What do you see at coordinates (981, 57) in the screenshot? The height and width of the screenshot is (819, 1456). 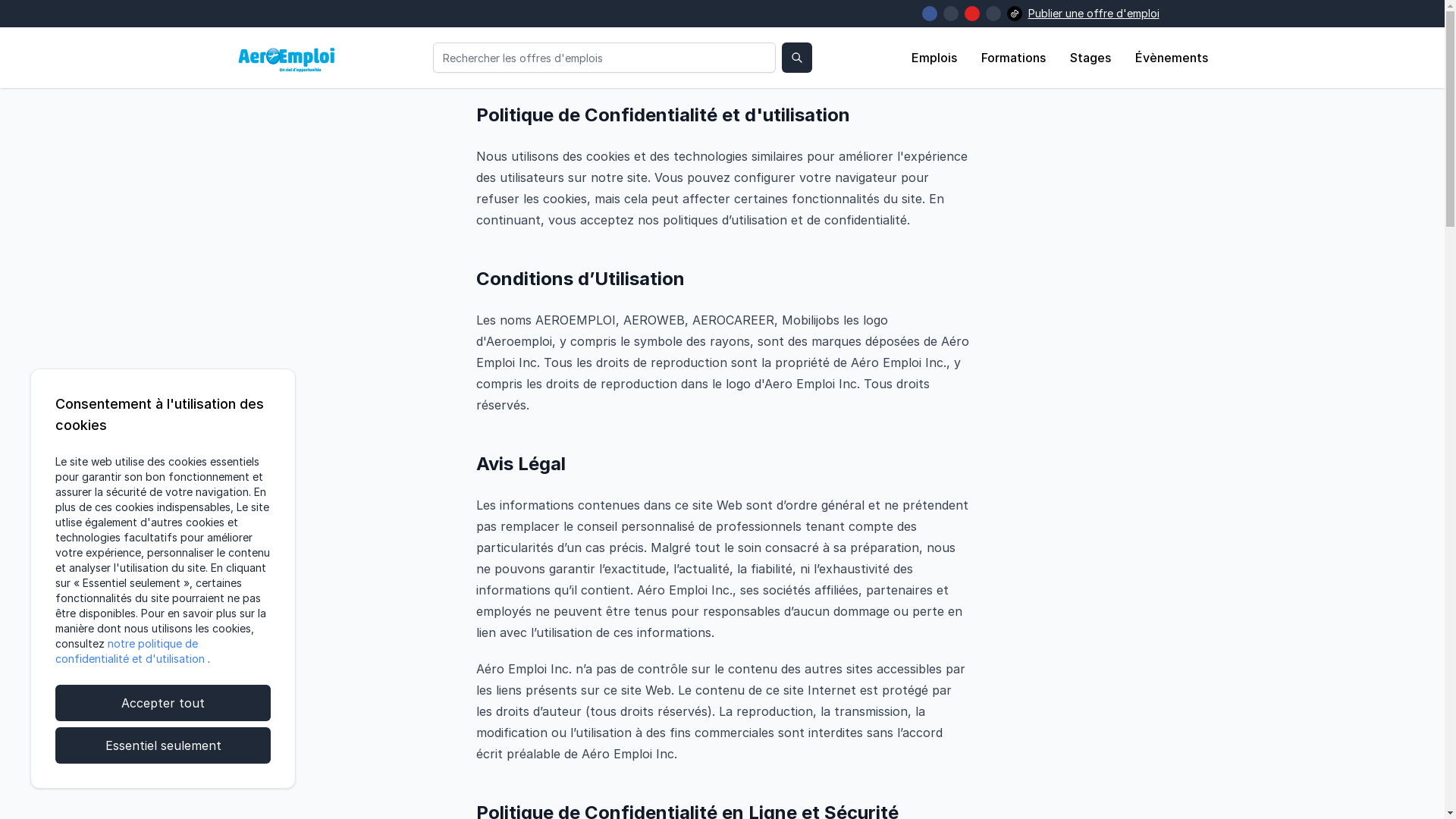 I see `'Formations'` at bounding box center [981, 57].